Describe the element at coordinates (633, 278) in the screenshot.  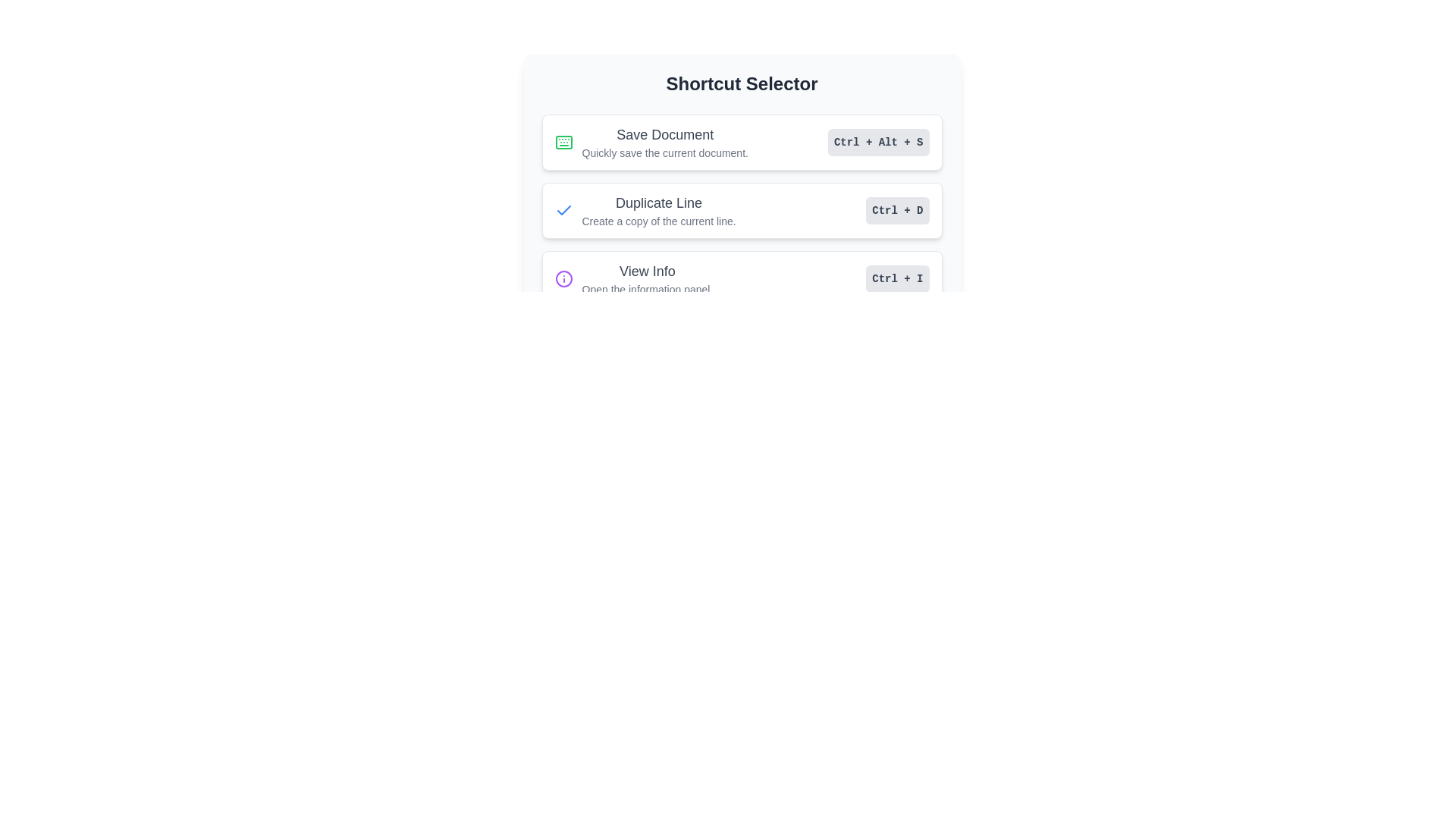
I see `the Informative widget, which combines an icon and text` at that location.